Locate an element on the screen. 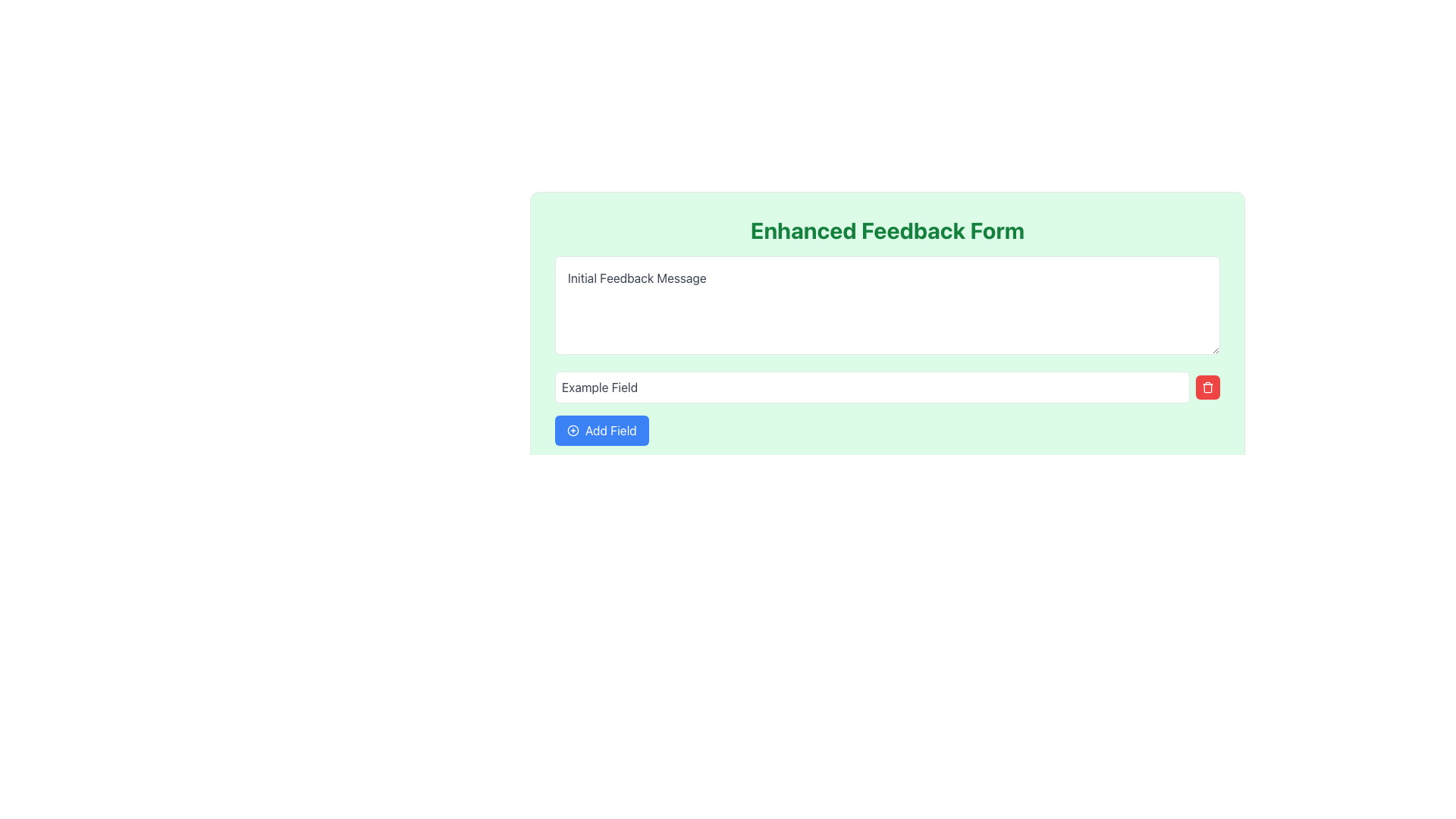 The width and height of the screenshot is (1456, 819). the delete button located immediately to the right of the 'Example Field' text input to initiate deletion is located at coordinates (1207, 386).